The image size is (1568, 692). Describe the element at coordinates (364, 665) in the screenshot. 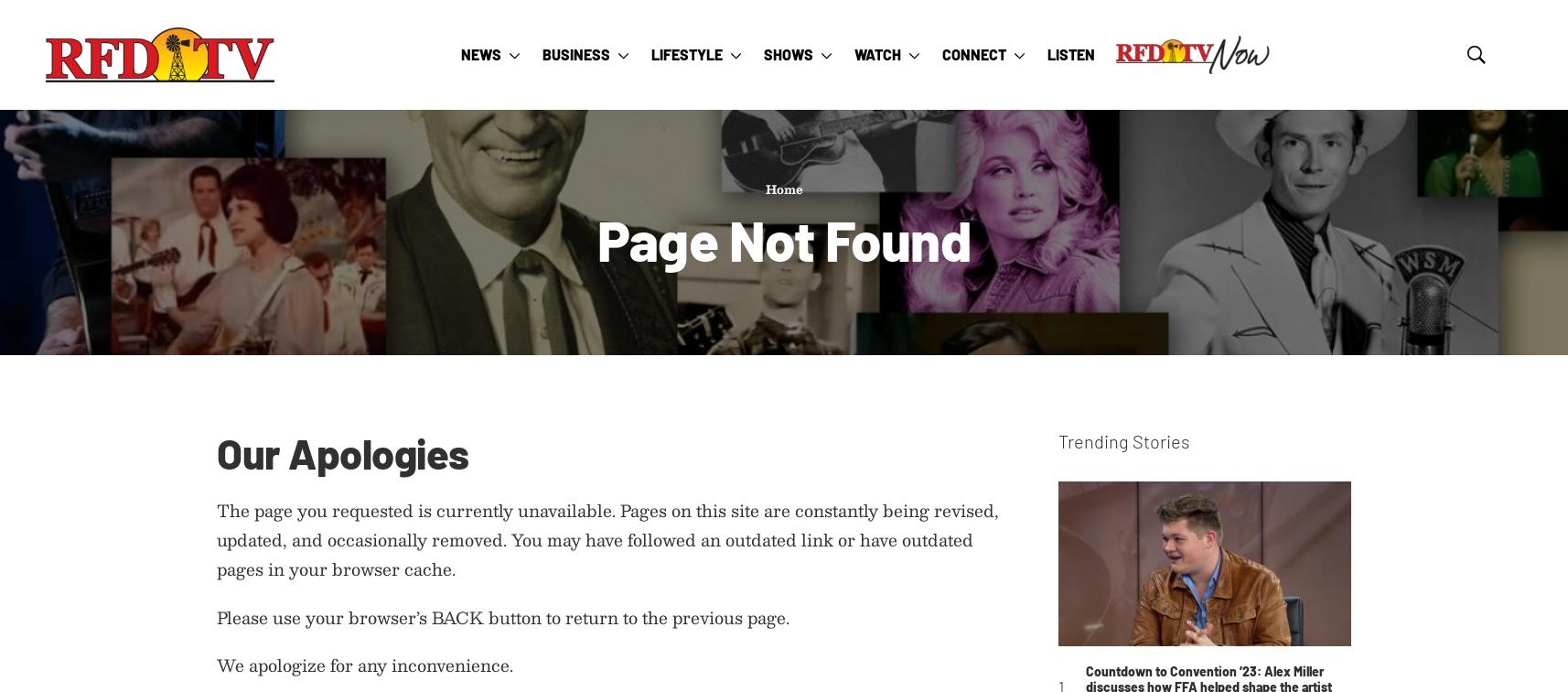

I see `'We apologize for any inconvenience.'` at that location.